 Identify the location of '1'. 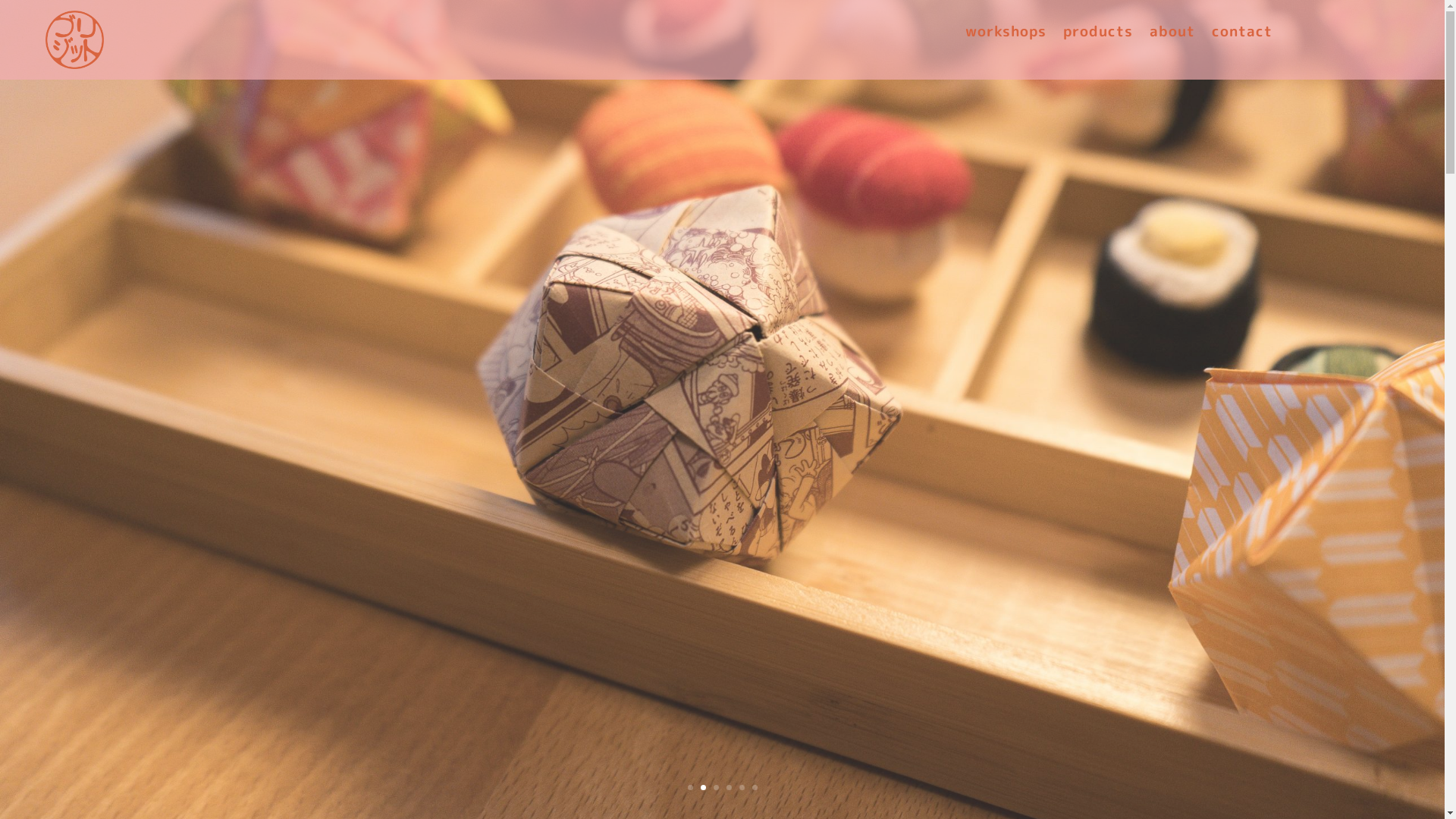
(689, 786).